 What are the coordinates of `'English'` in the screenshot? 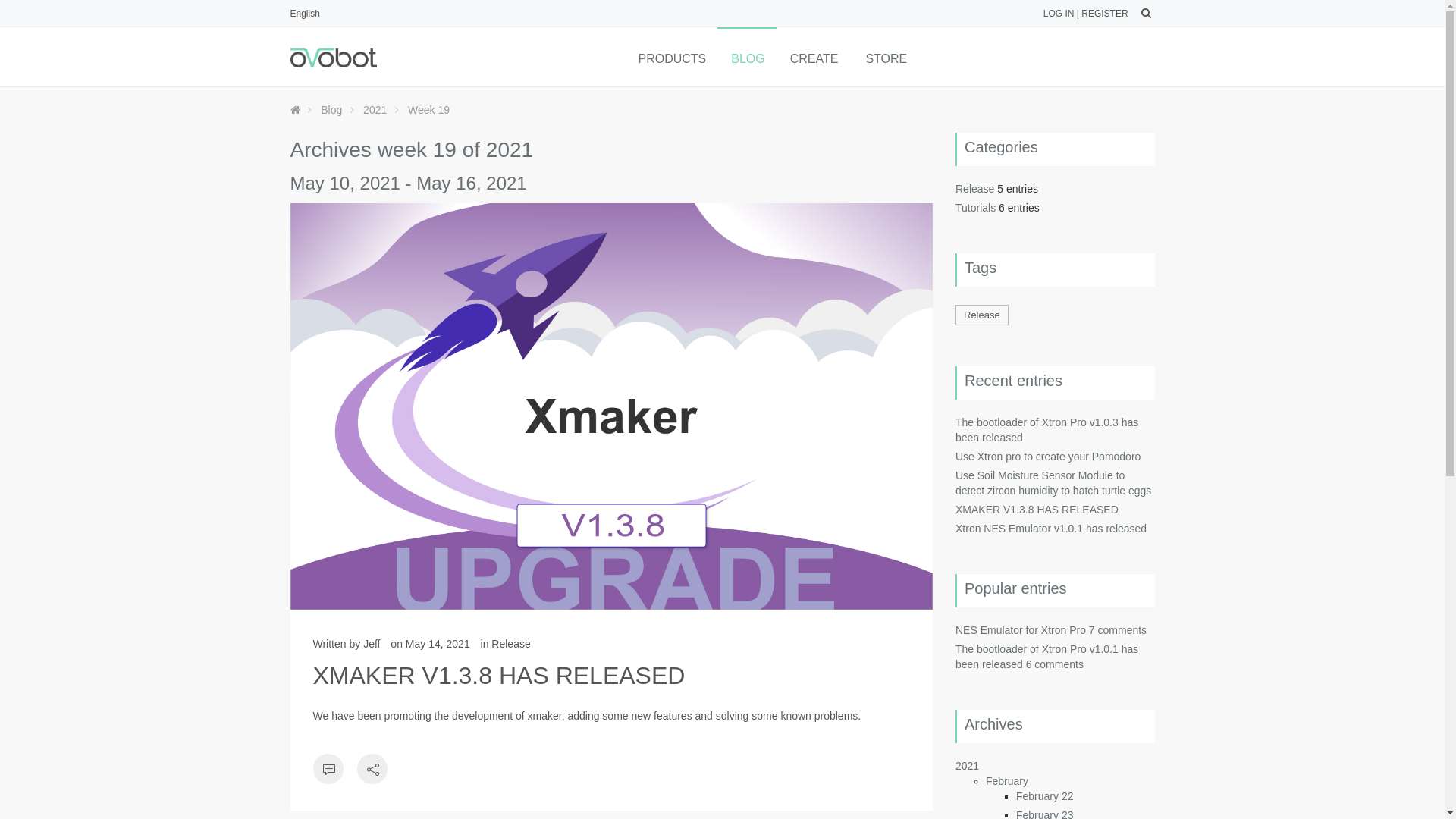 It's located at (303, 14).